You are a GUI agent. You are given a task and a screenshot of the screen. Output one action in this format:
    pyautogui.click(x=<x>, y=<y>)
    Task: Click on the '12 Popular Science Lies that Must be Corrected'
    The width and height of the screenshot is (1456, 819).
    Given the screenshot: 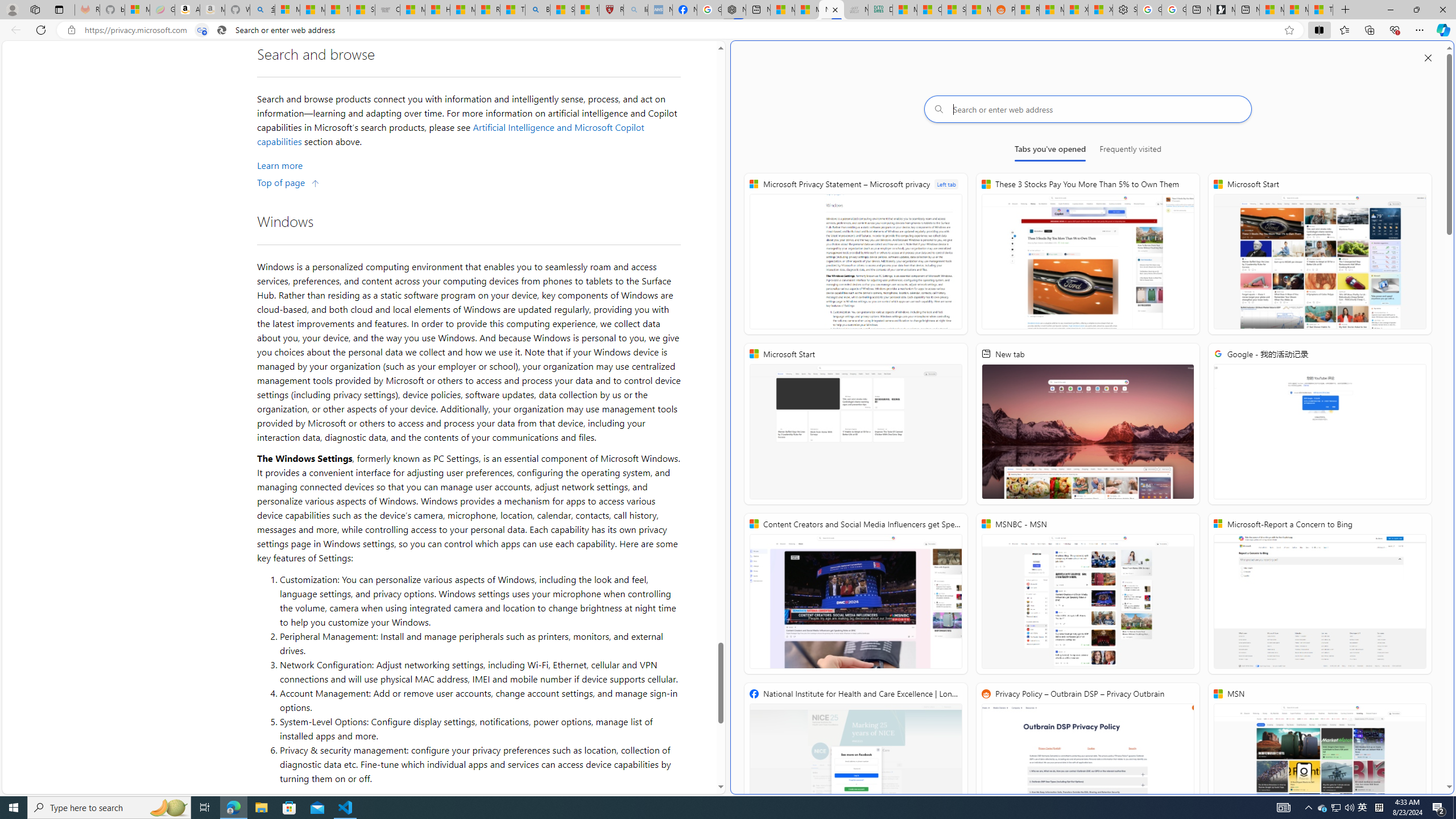 What is the action you would take?
    pyautogui.click(x=586, y=9)
    